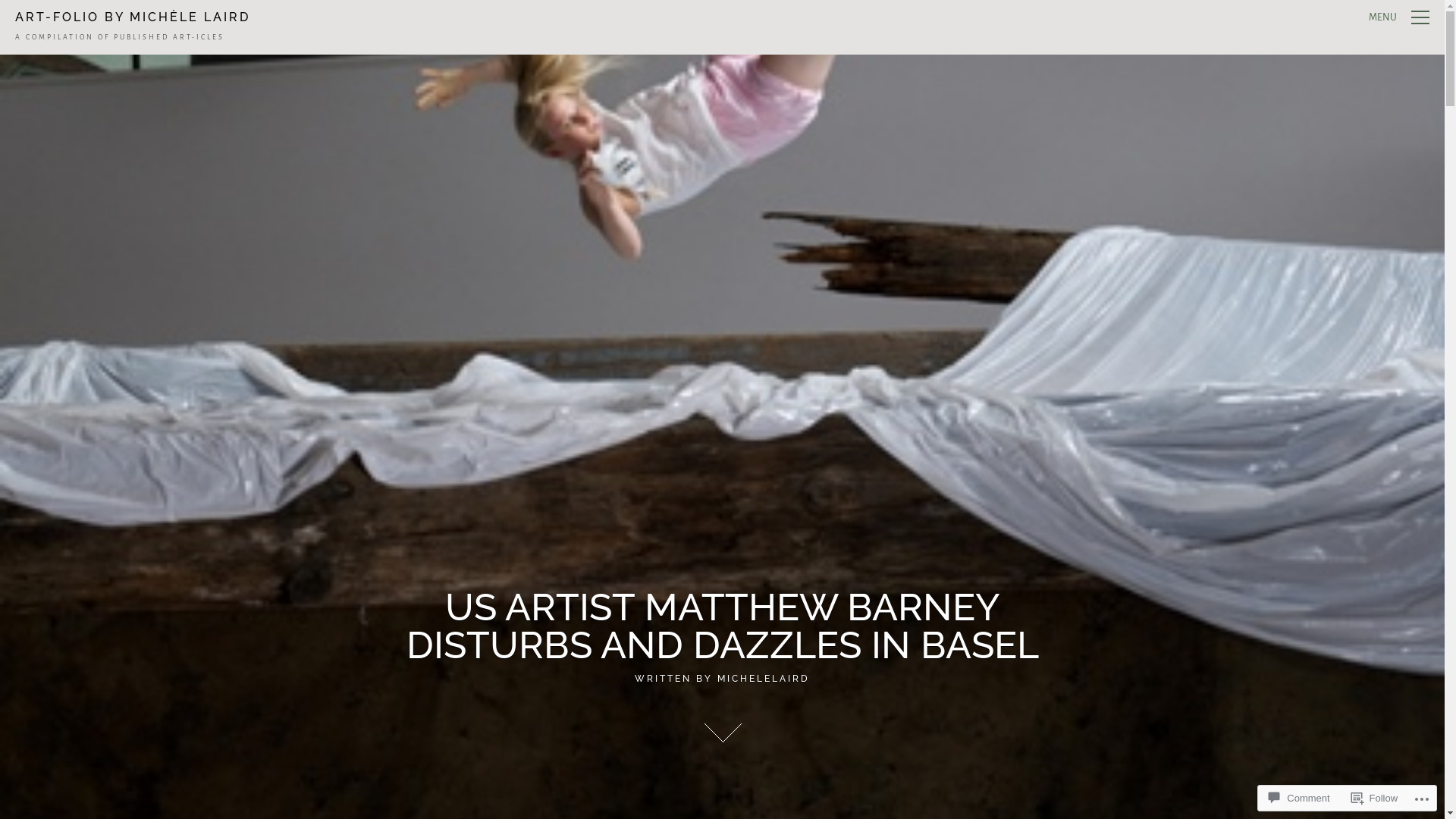 The height and width of the screenshot is (819, 1456). I want to click on 'Comment', so click(1263, 797).